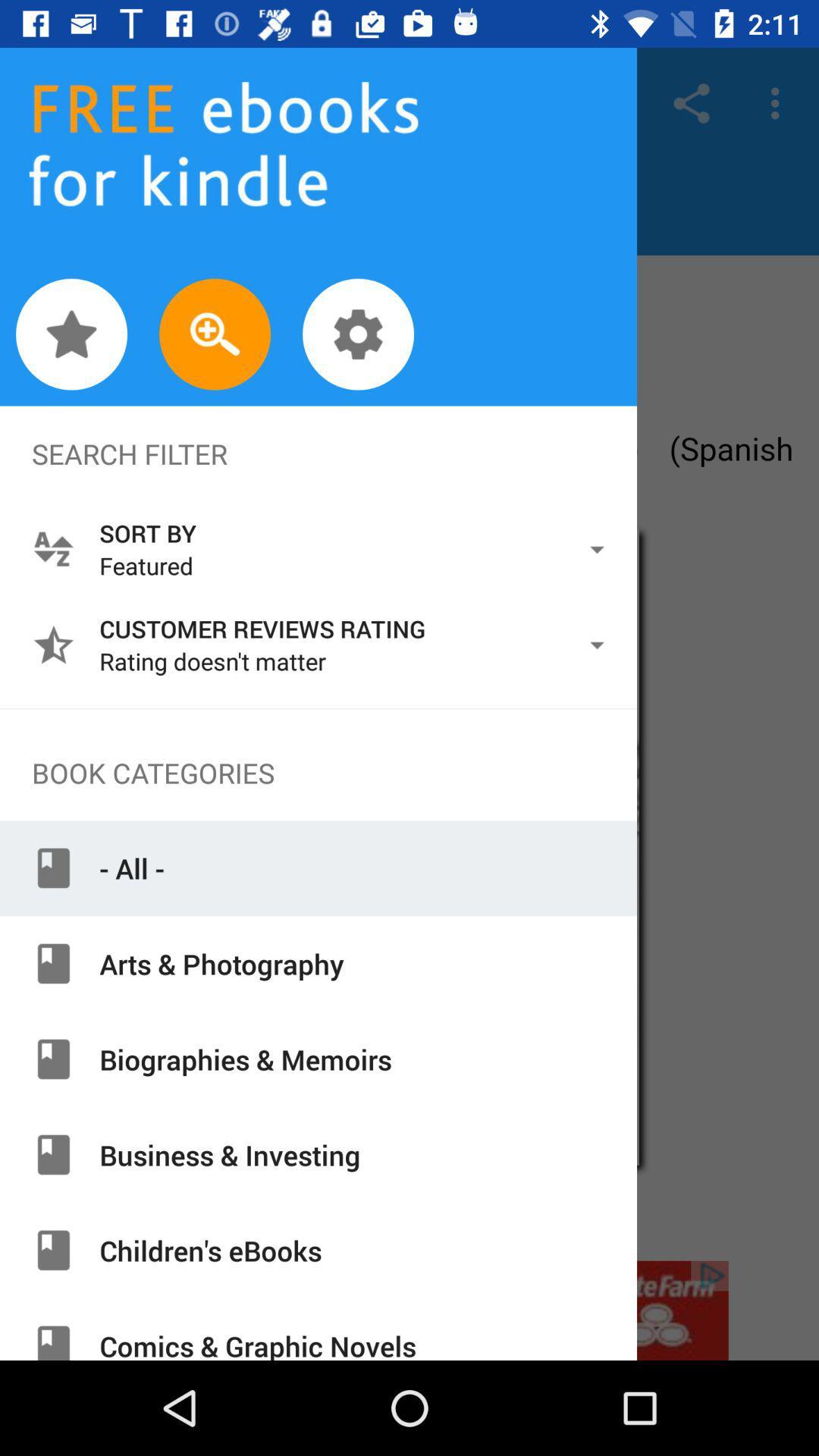 This screenshot has width=819, height=1456. What do you see at coordinates (779, 102) in the screenshot?
I see `the more icon` at bounding box center [779, 102].